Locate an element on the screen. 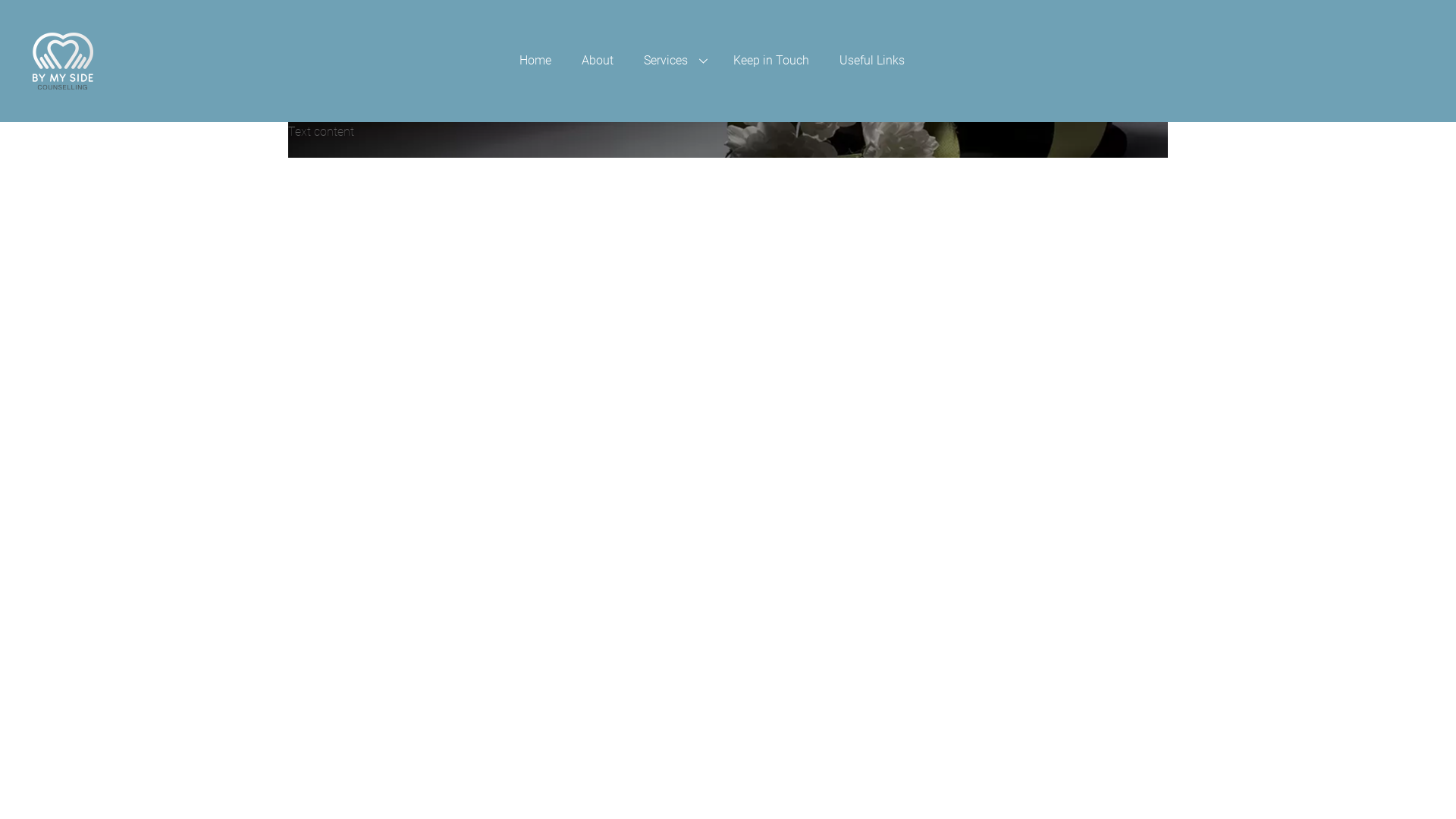  'Keep in Touch' is located at coordinates (717, 60).